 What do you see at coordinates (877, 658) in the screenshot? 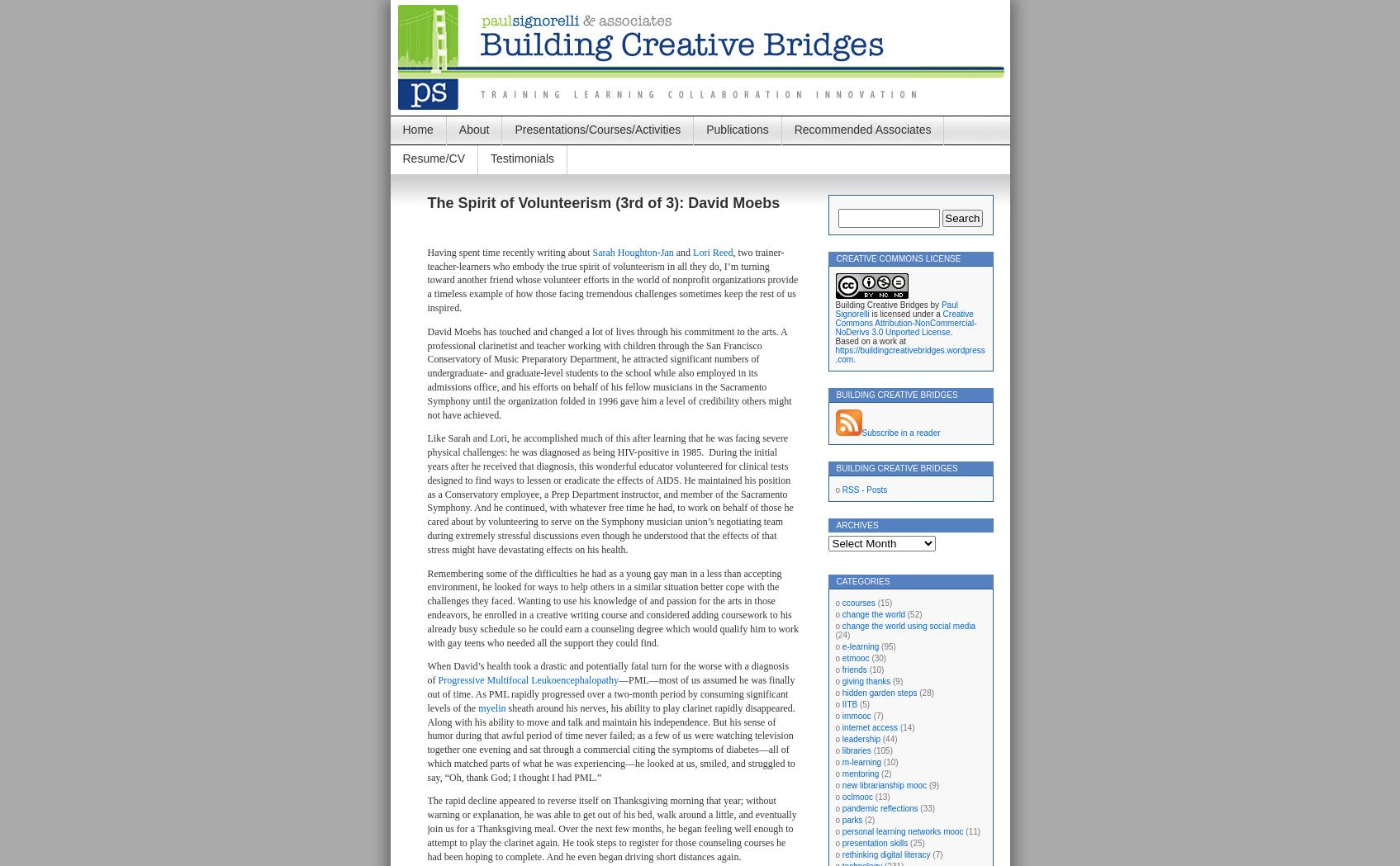
I see `'(30)'` at bounding box center [877, 658].